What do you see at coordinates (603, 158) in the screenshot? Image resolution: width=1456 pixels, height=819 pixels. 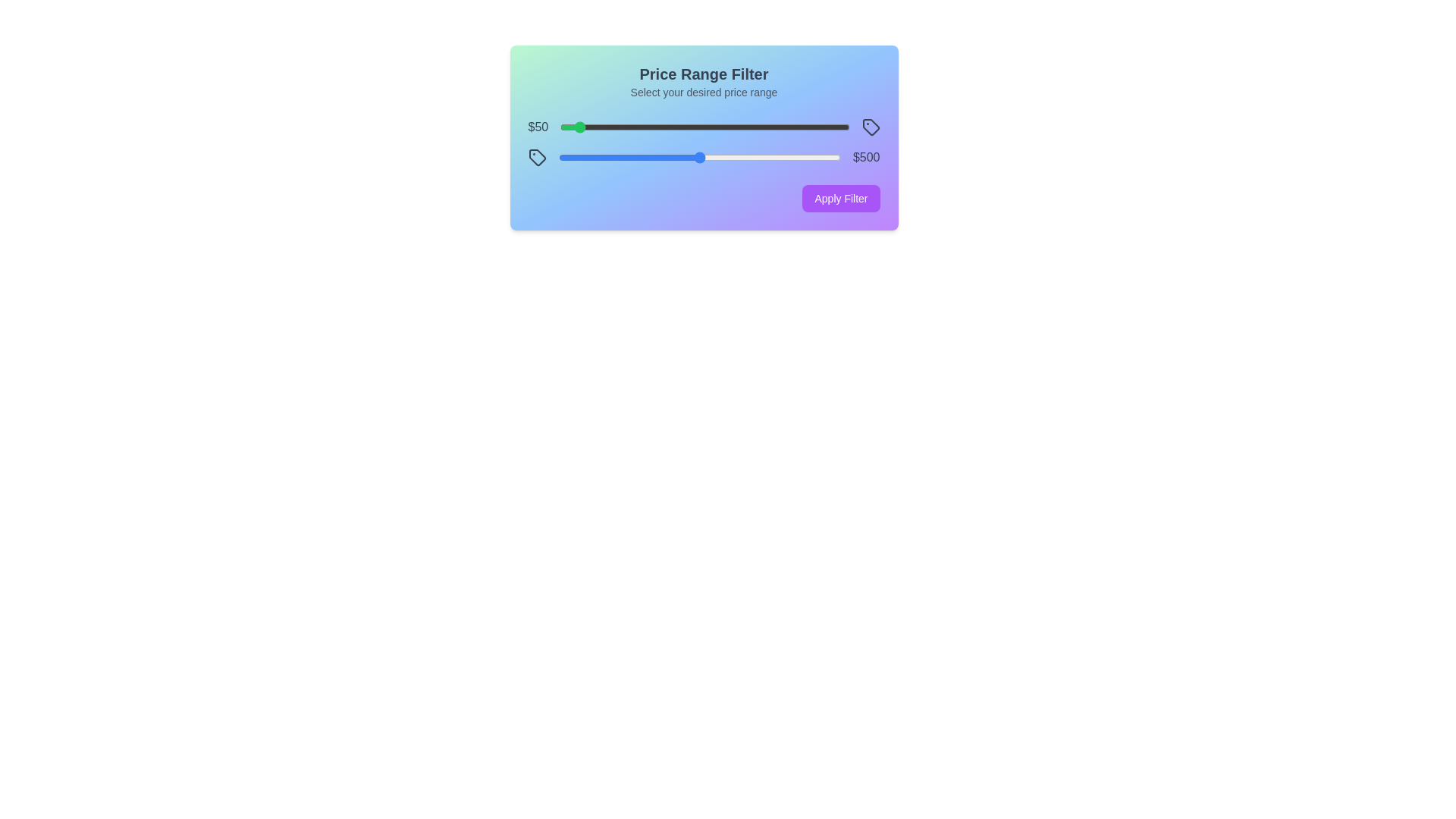 I see `the maximum price slider to 161` at bounding box center [603, 158].